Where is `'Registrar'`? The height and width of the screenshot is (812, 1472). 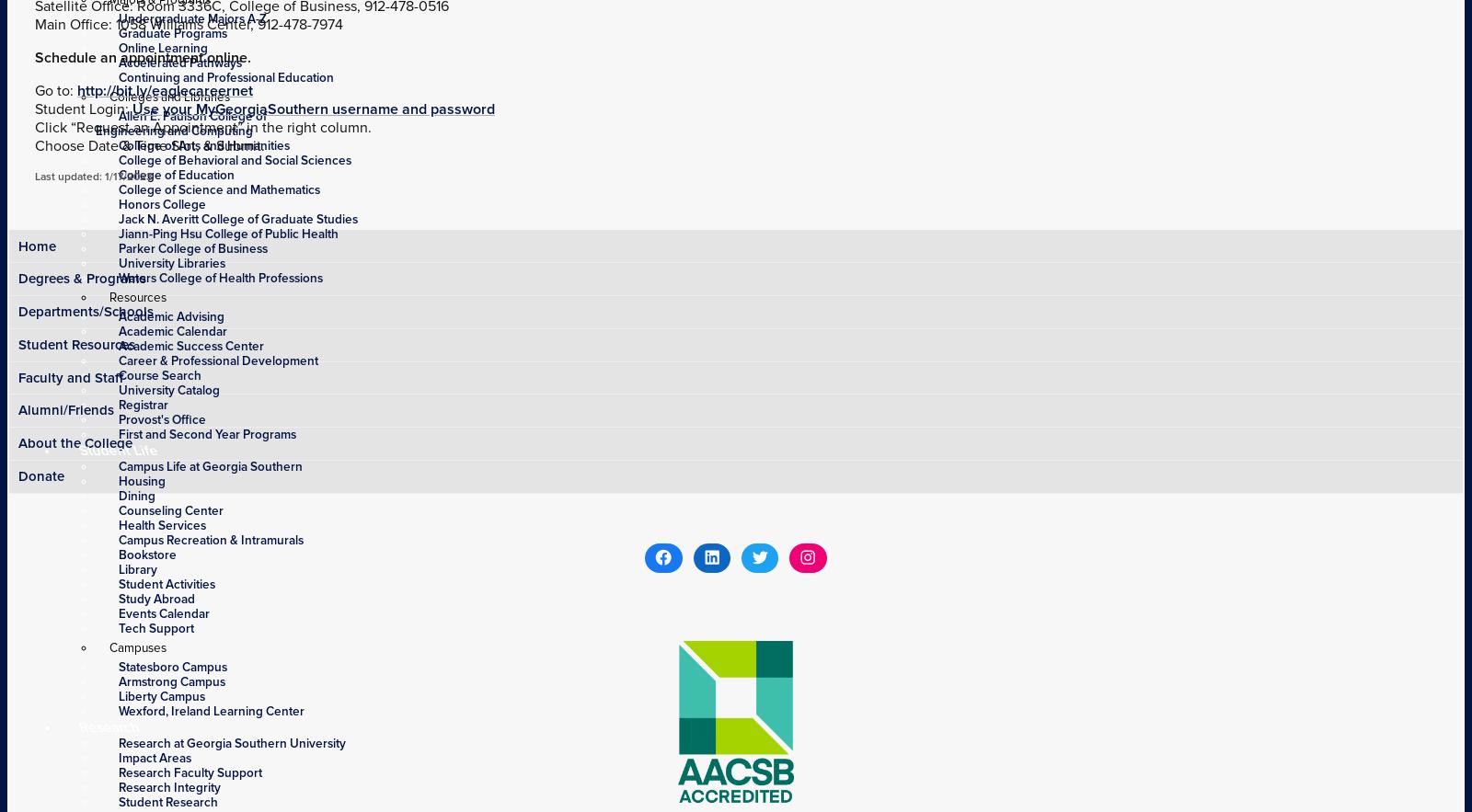
'Registrar' is located at coordinates (143, 404).